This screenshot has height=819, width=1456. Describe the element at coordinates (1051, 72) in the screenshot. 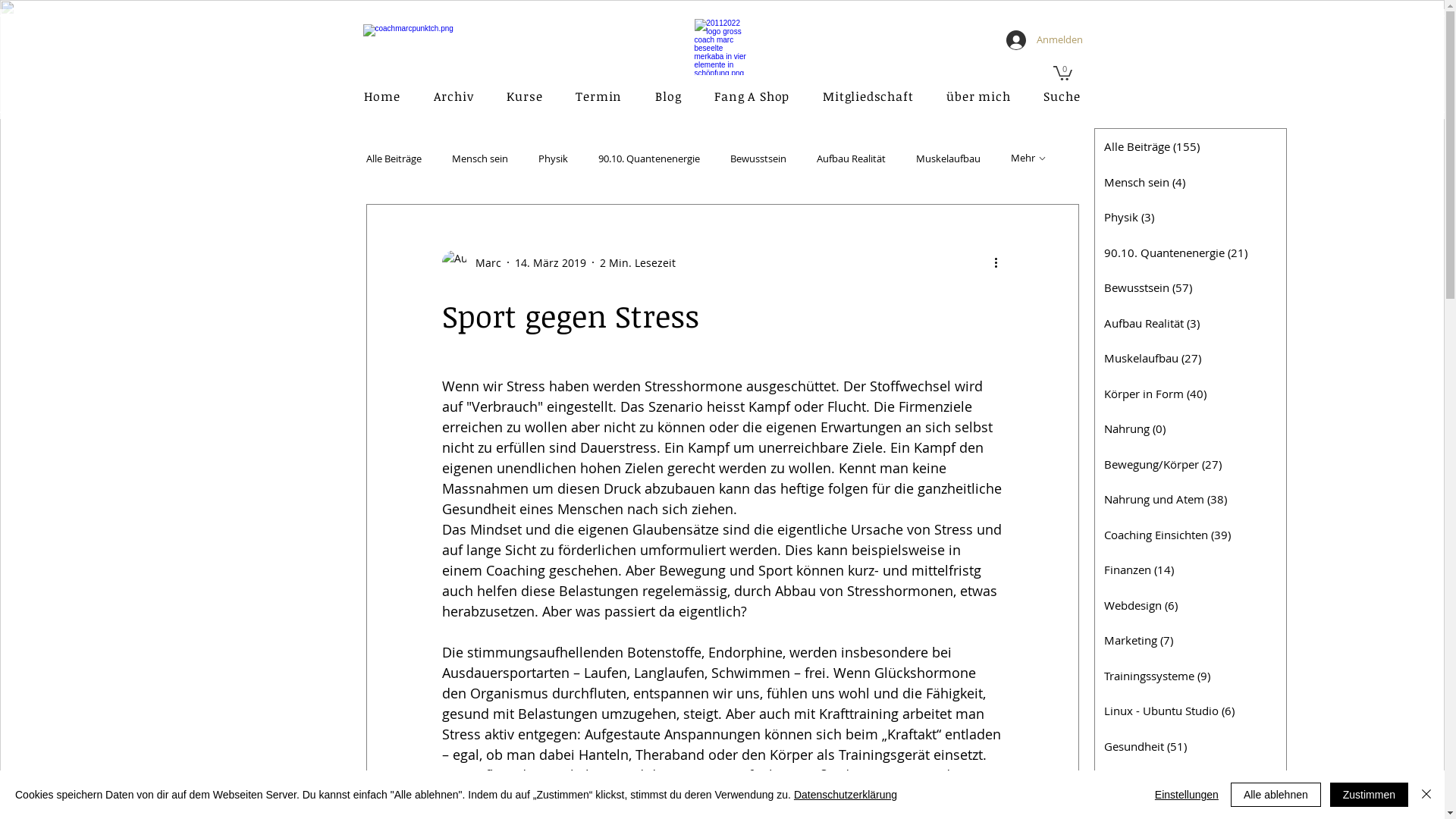

I see `'0'` at that location.